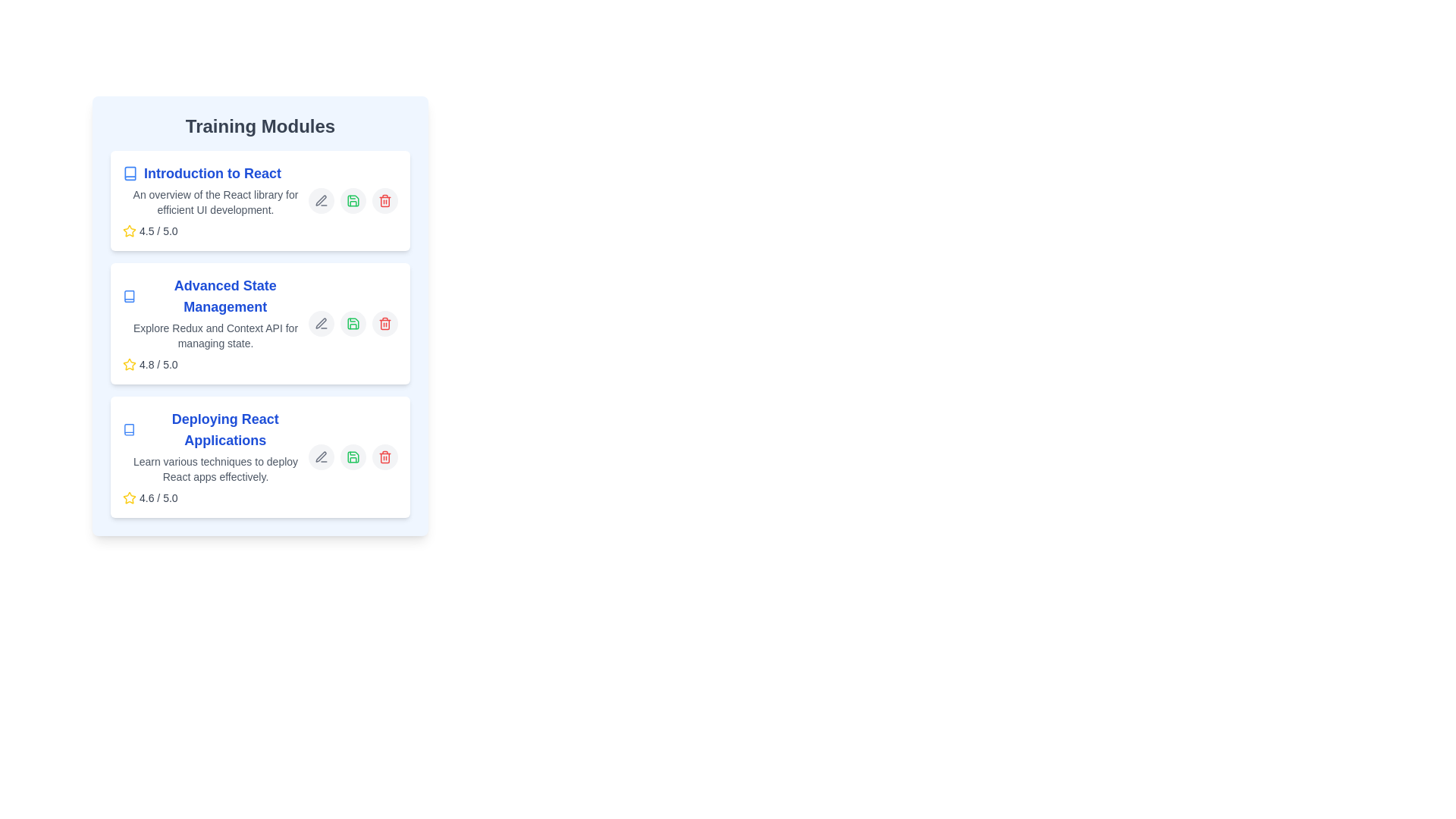 Image resolution: width=1456 pixels, height=819 pixels. Describe the element at coordinates (129, 296) in the screenshot. I see `the icon located in the second training module card, just to the left of the title 'Advanced State Management', which serves as a visual marker for distinction` at that location.